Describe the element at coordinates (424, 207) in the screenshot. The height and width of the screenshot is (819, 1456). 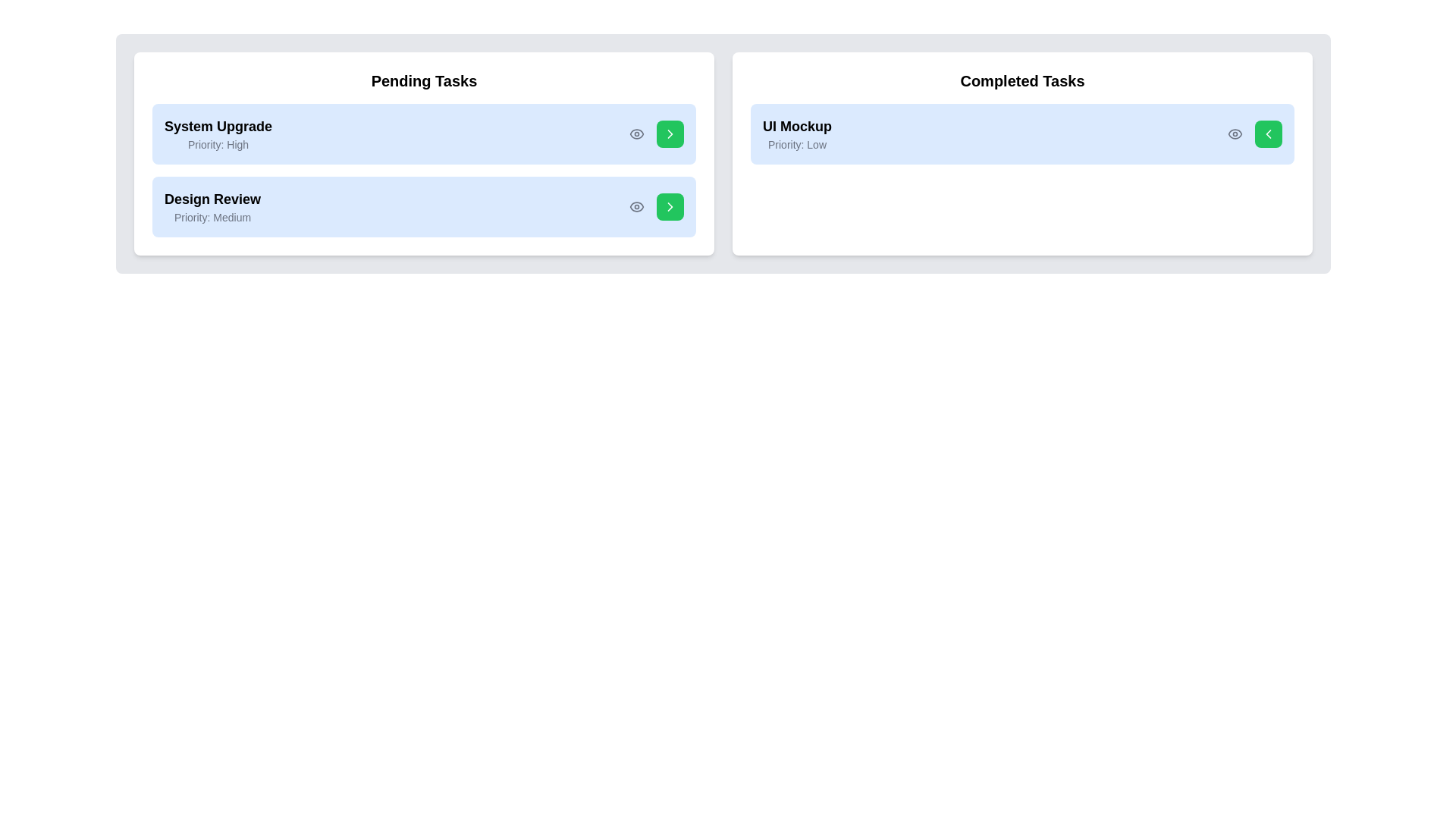
I see `the task 'Design Review' to highlight it` at that location.